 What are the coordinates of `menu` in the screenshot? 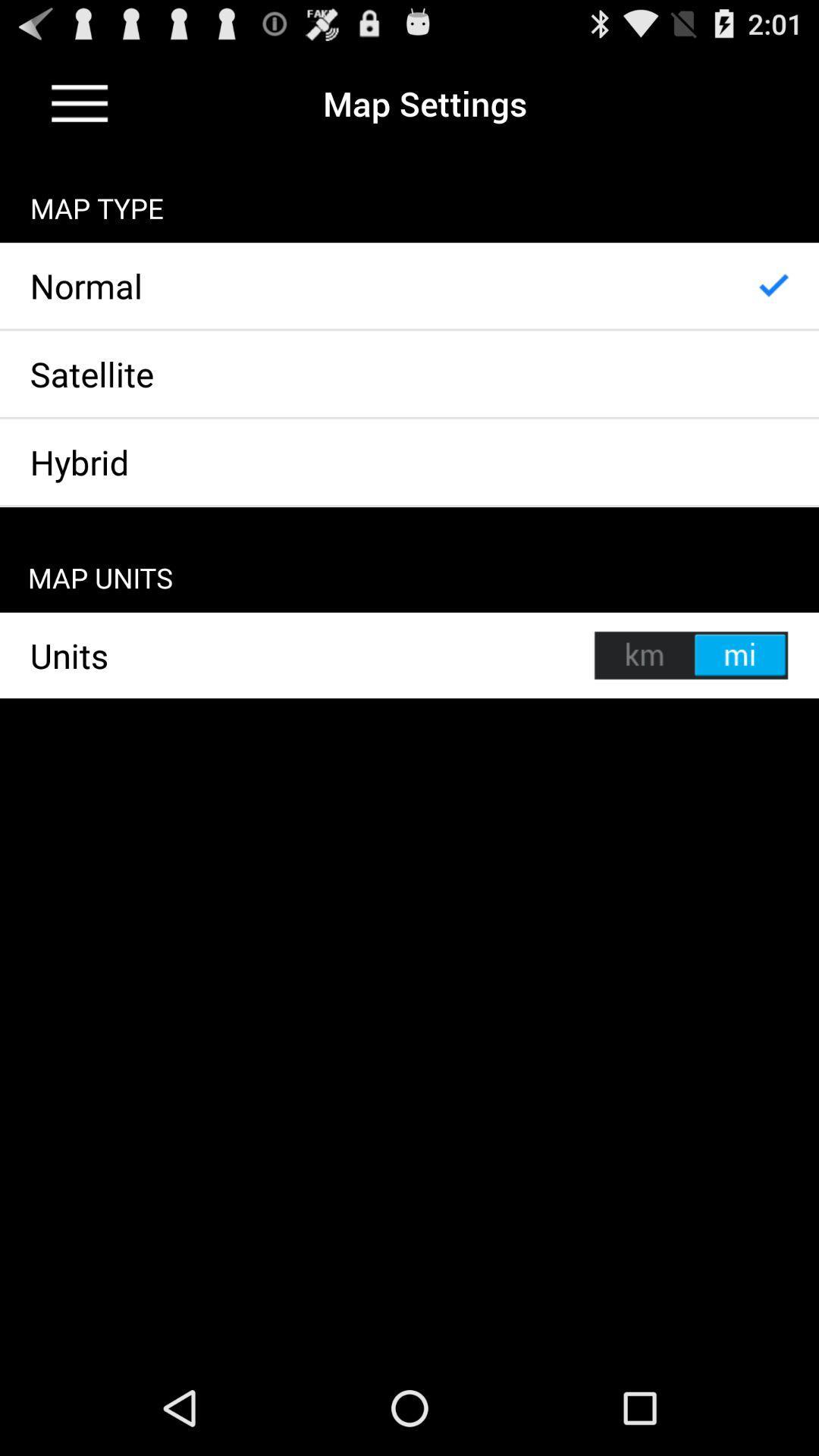 It's located at (80, 102).